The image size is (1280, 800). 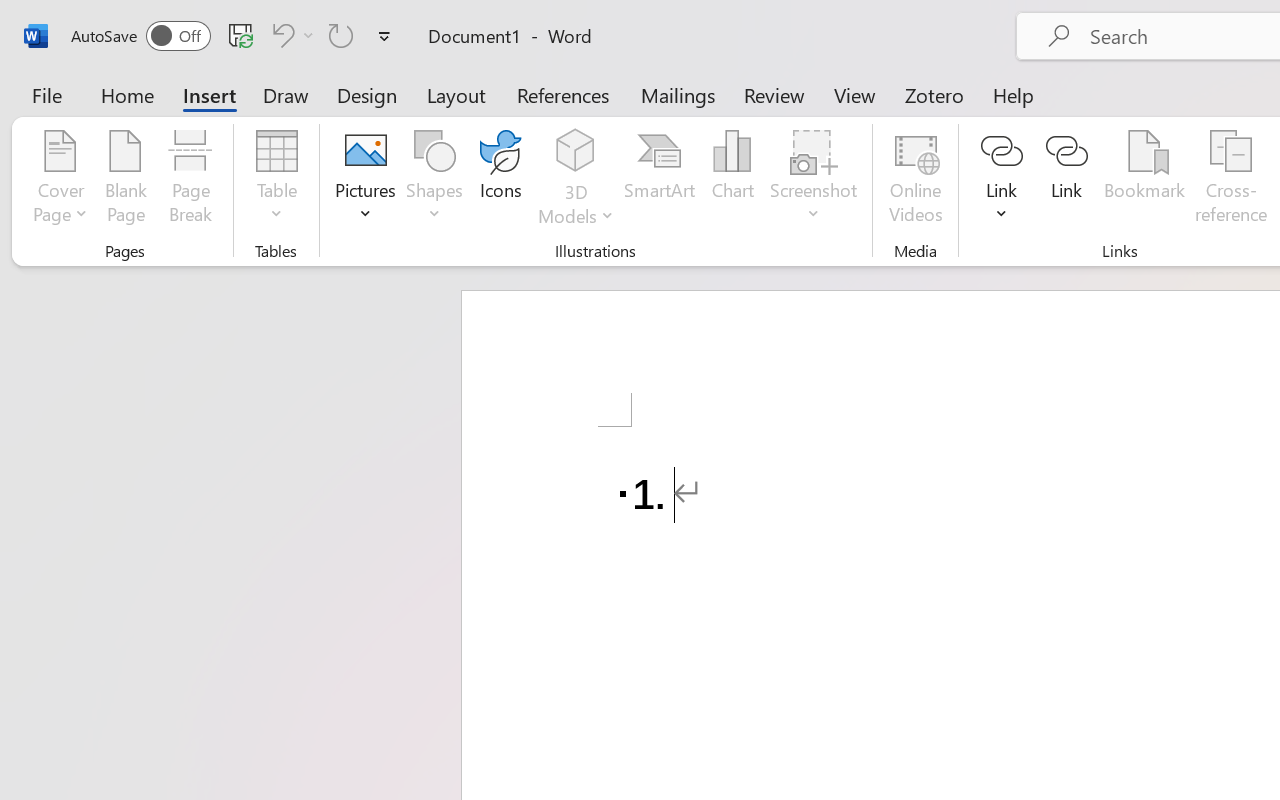 What do you see at coordinates (289, 34) in the screenshot?
I see `'Undo Number Default'` at bounding box center [289, 34].